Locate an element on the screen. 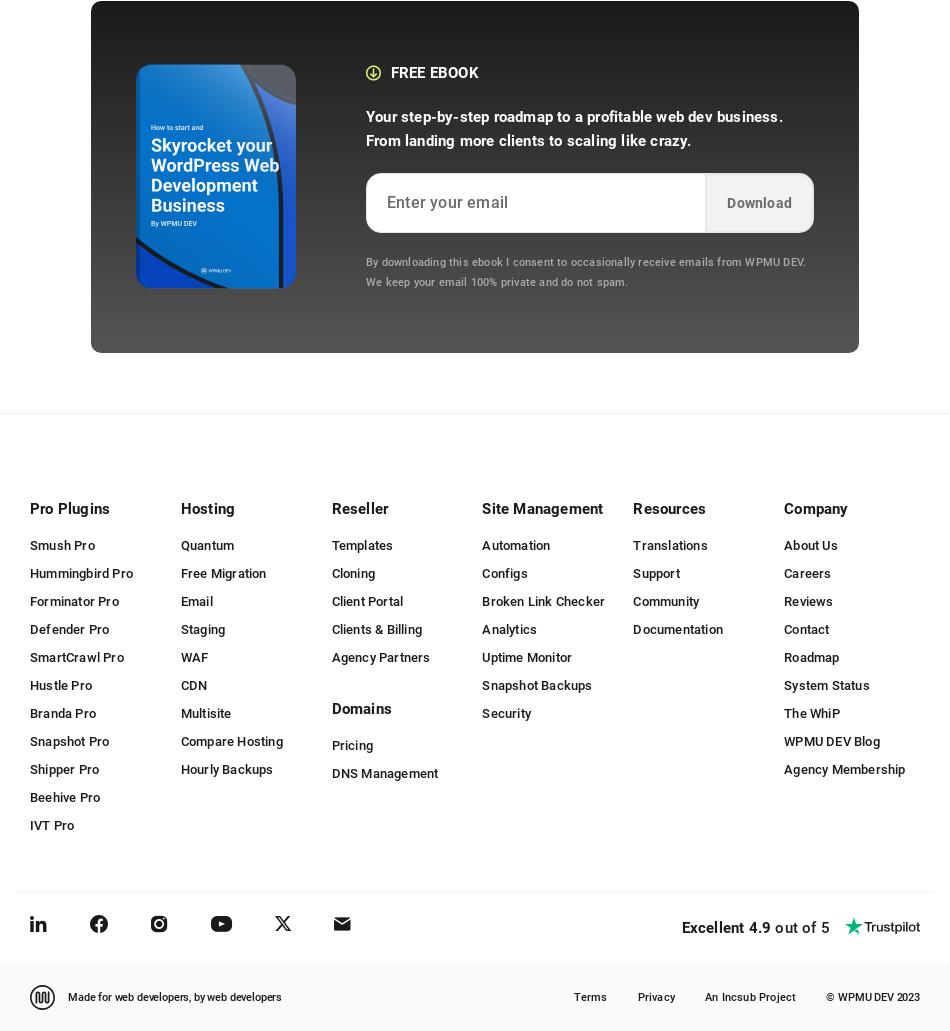  'An Incsub Project' is located at coordinates (749, 995).